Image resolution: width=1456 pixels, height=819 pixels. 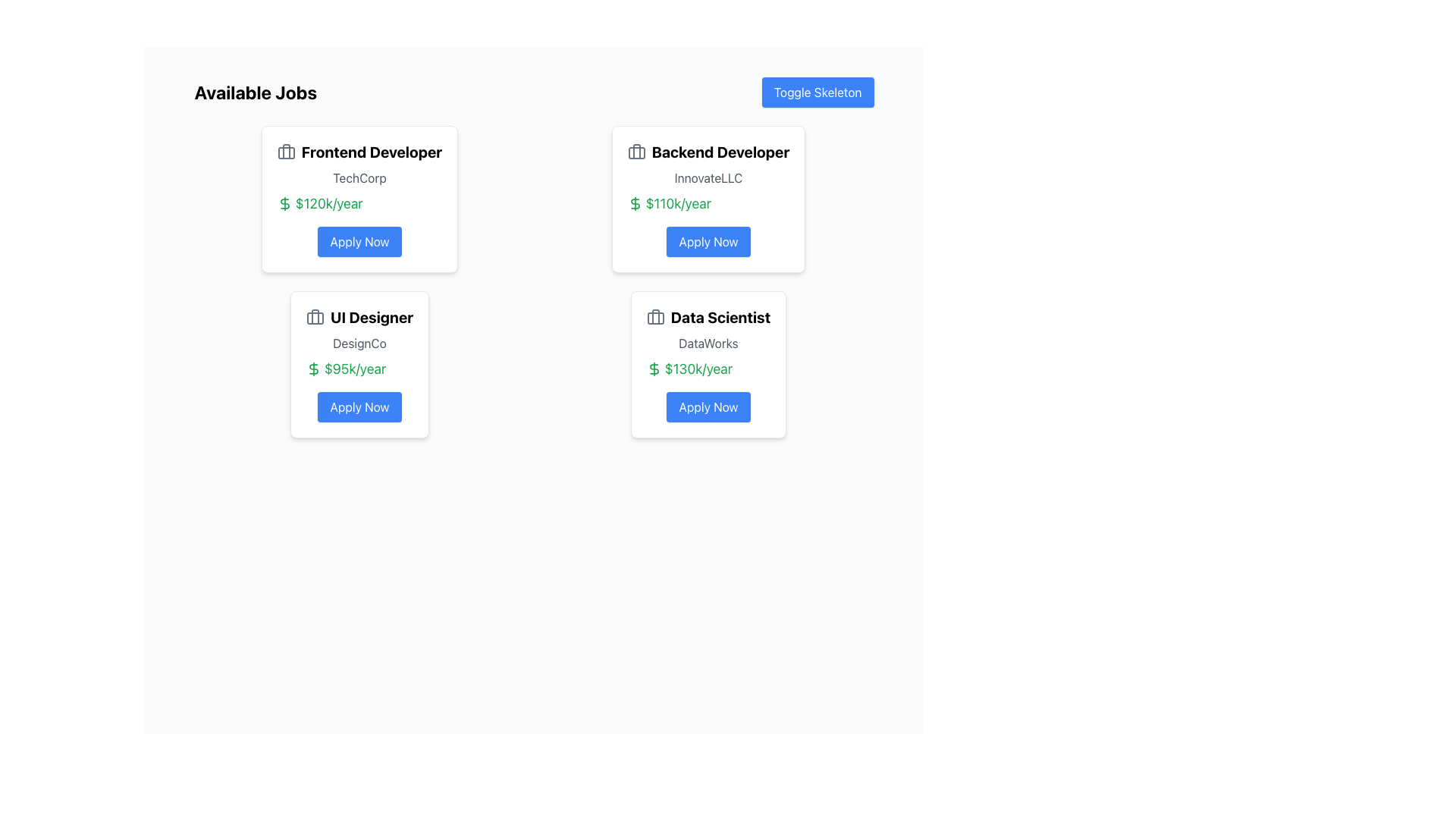 What do you see at coordinates (314, 317) in the screenshot?
I see `the gray briefcase icon with a minimalist line art style located in the header of the 'UI Designer' card, to the left of the text title 'UI Designer'` at bounding box center [314, 317].